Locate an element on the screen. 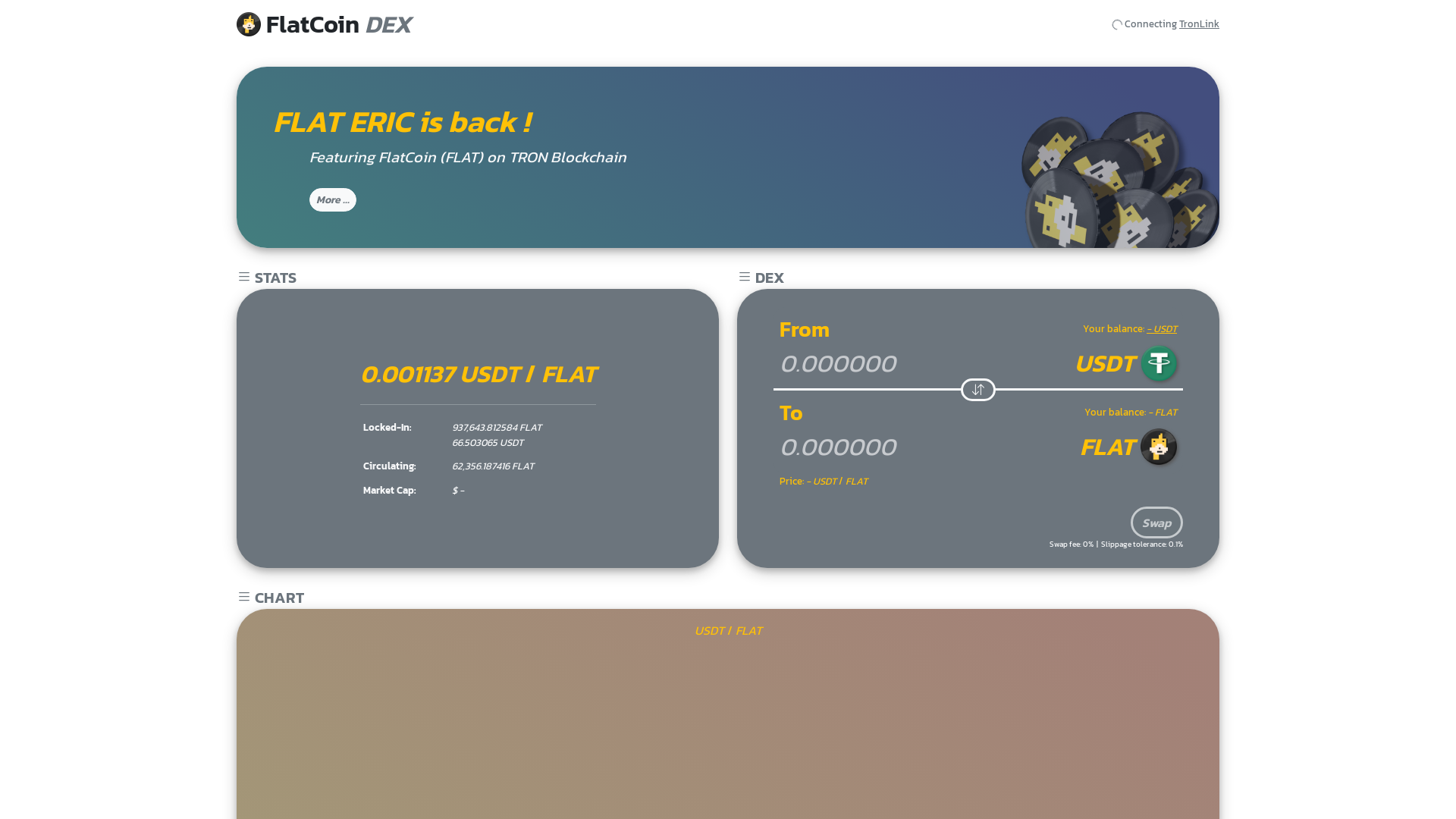 The height and width of the screenshot is (819, 1456). 'Swap' is located at coordinates (1156, 522).